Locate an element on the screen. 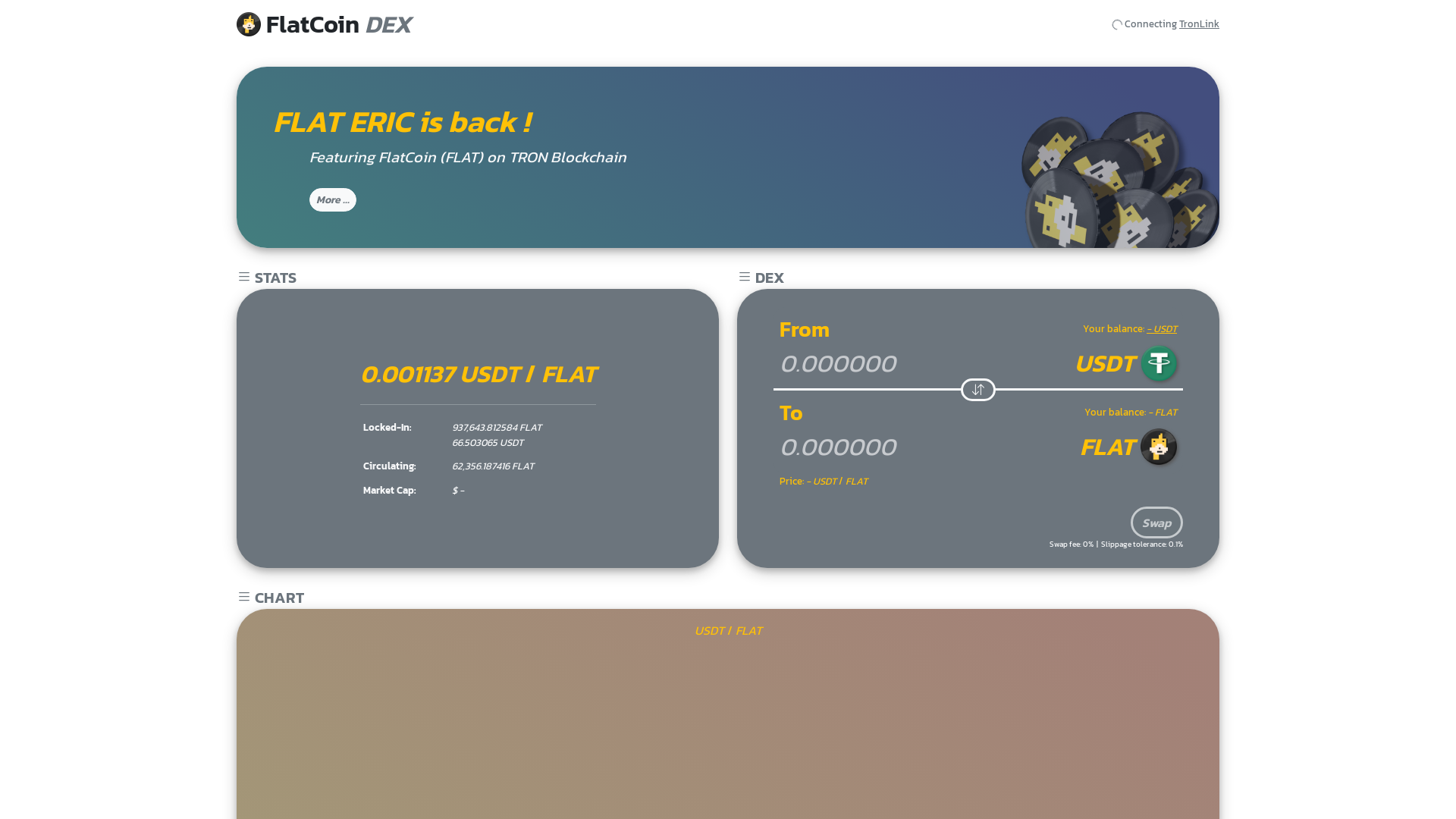 The height and width of the screenshot is (819, 1456). 'Swap' is located at coordinates (1156, 522).